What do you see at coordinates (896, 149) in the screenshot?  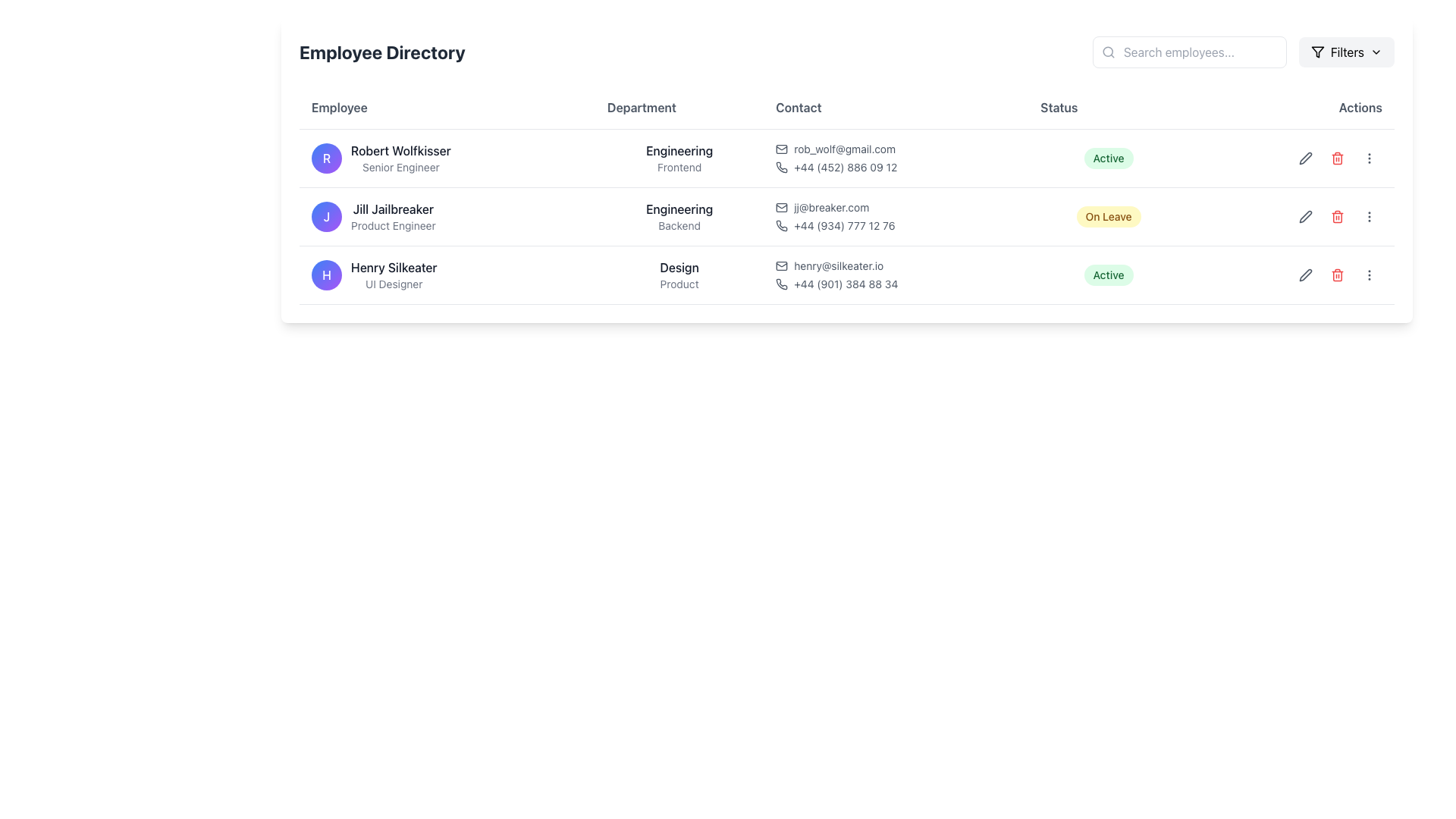 I see `the email address of 'Robert Wolfkisser' displayed in the Contact column of the table` at bounding box center [896, 149].